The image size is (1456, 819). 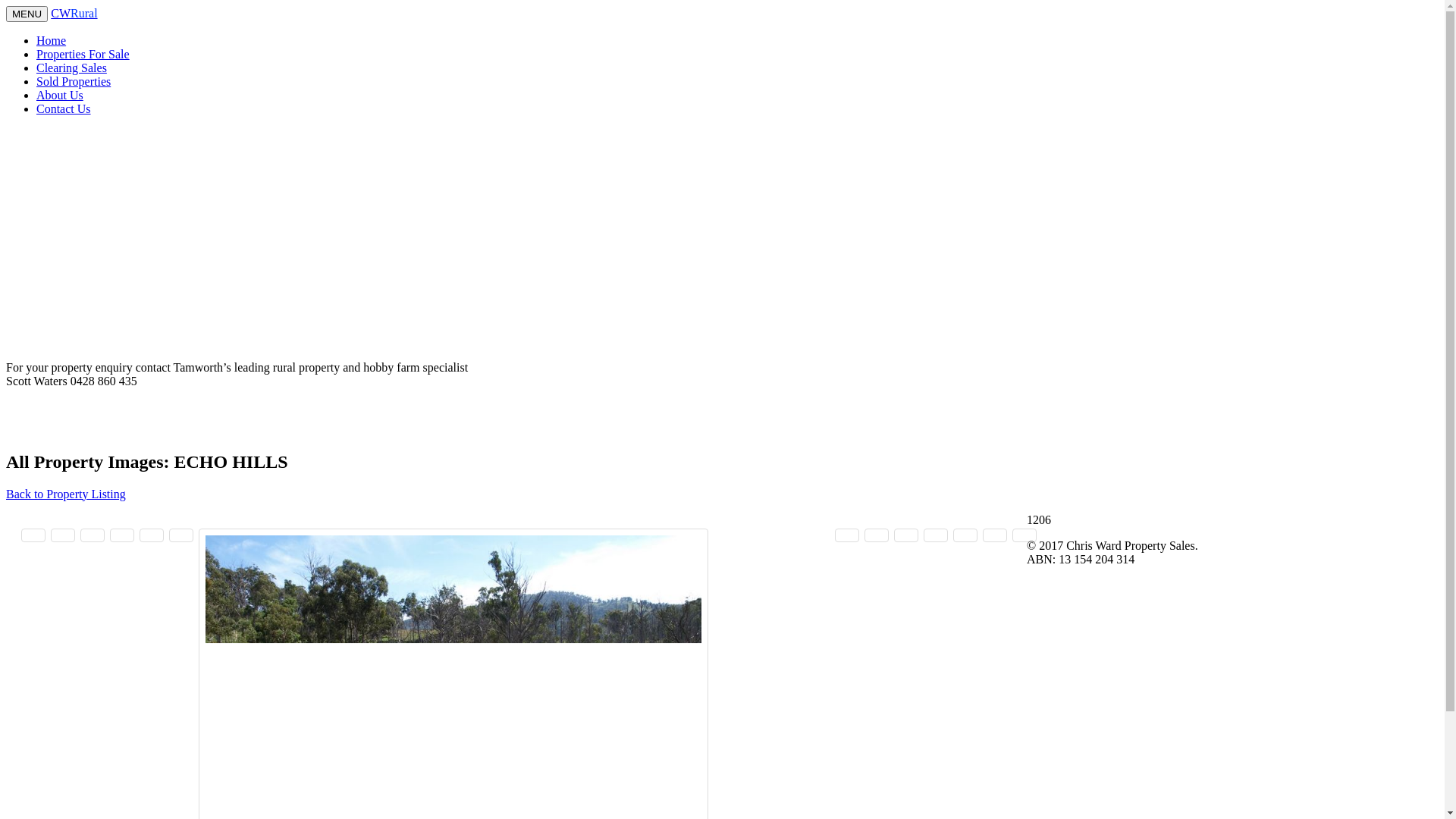 What do you see at coordinates (36, 39) in the screenshot?
I see `'Home'` at bounding box center [36, 39].